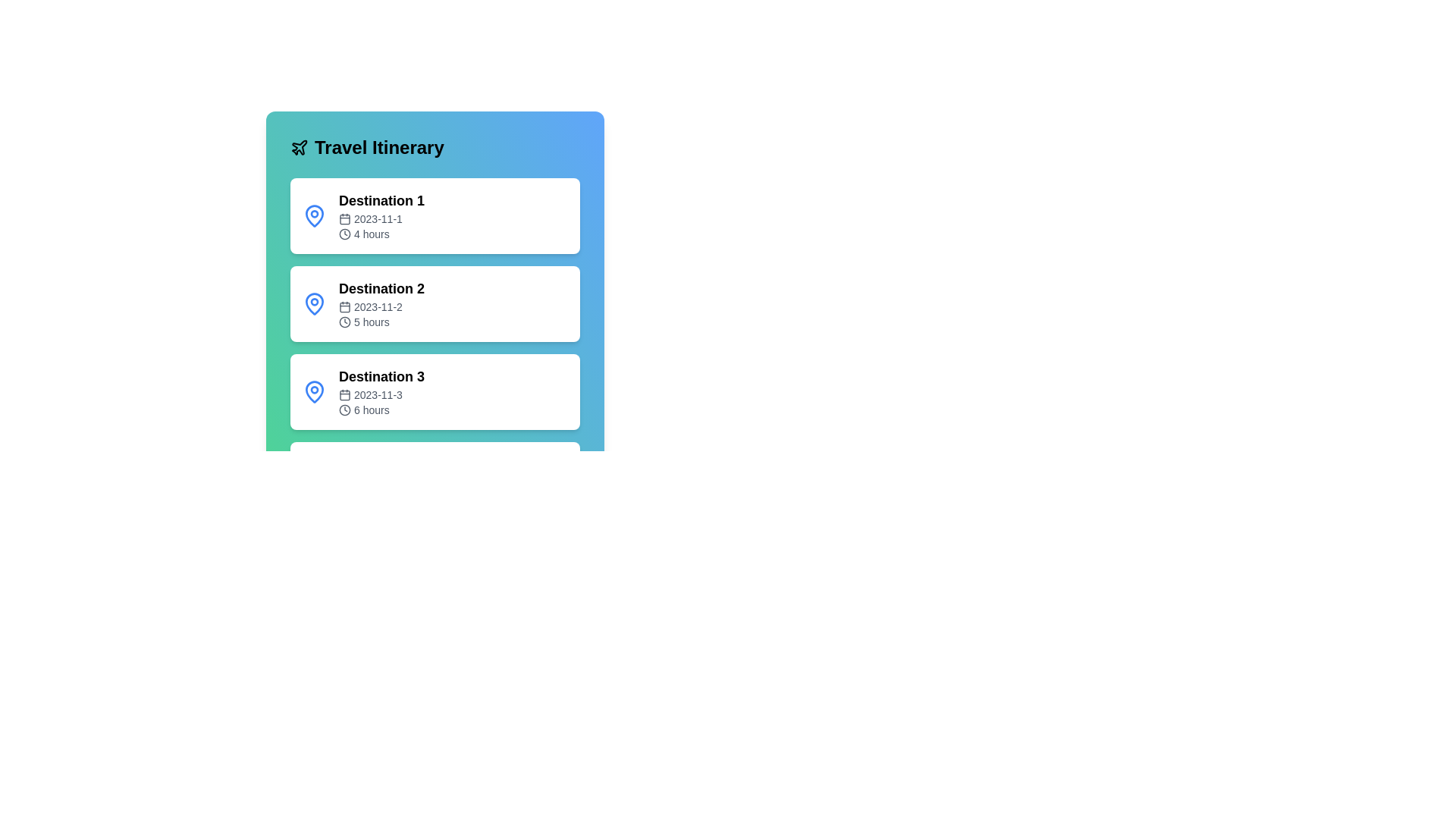 This screenshot has height=819, width=1456. I want to click on the airplane icon graphic (SVG) located near the top-left corner of the content area, adjacent to the 'Travel Itinerary' title text, so click(300, 147).